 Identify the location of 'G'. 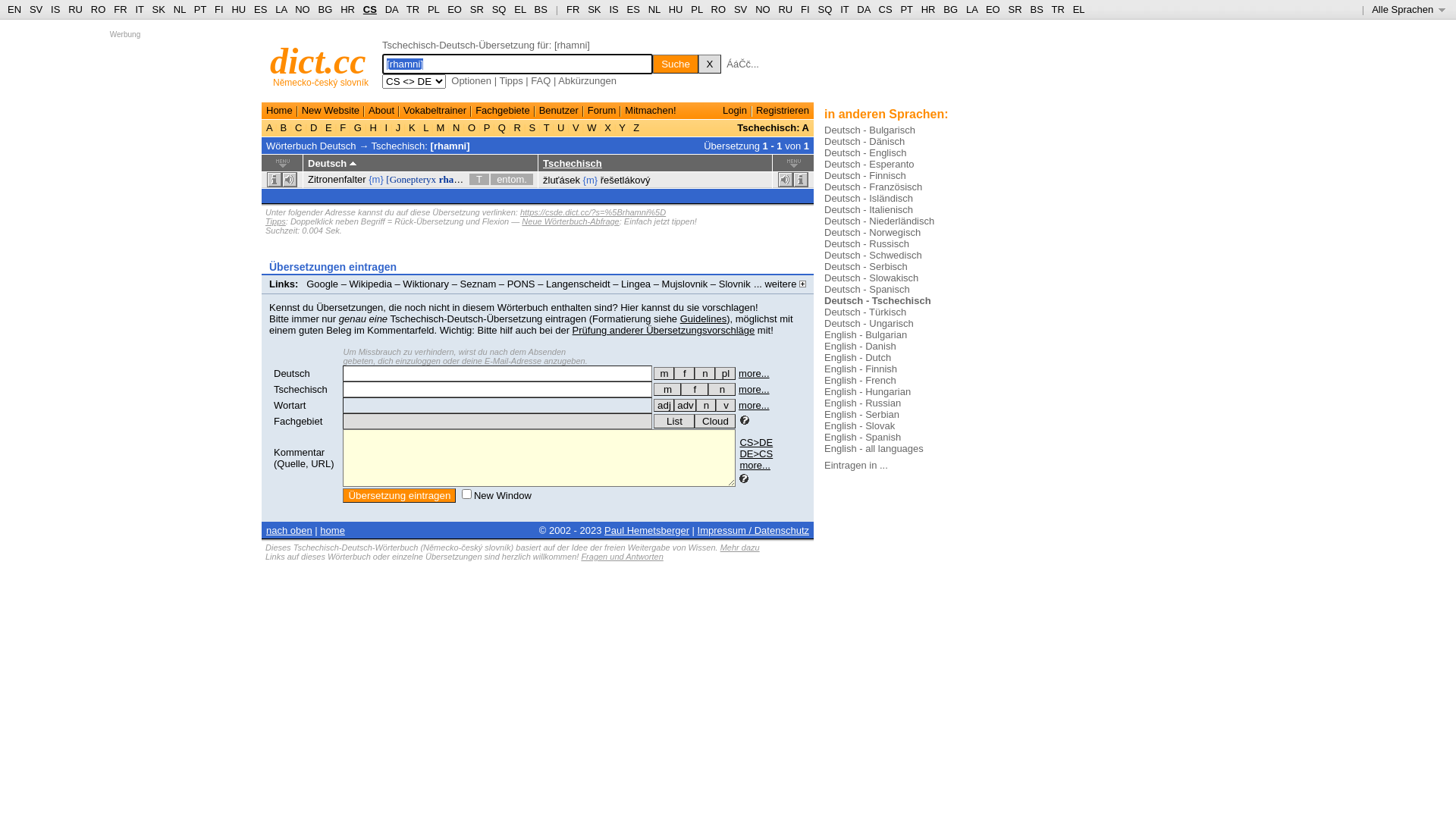
(350, 127).